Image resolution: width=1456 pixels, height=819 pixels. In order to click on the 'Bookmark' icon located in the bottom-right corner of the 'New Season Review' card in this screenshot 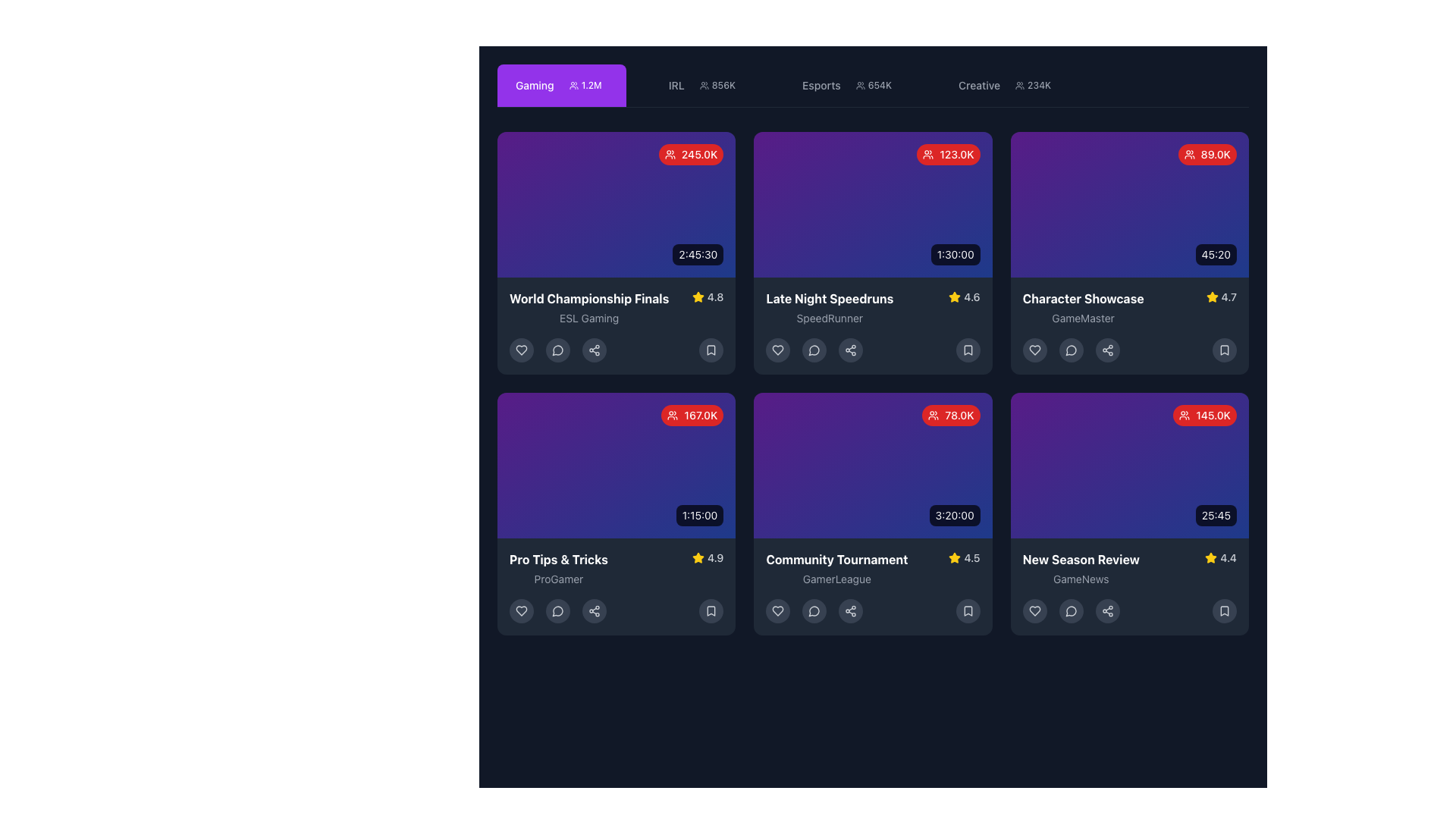, I will do `click(1224, 610)`.